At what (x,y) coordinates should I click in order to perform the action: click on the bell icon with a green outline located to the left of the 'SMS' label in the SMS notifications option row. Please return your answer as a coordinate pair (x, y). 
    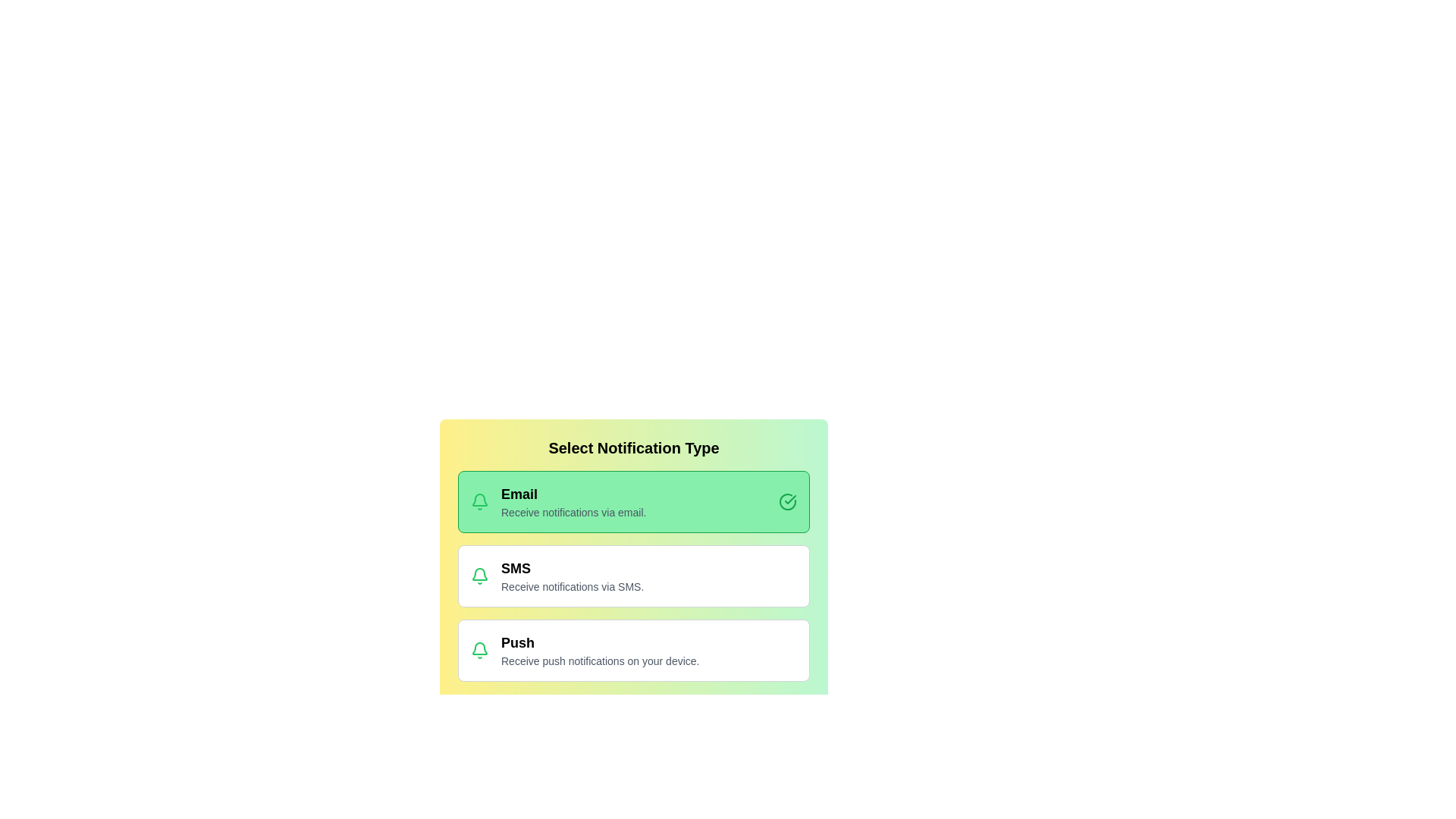
    Looking at the image, I should click on (479, 576).